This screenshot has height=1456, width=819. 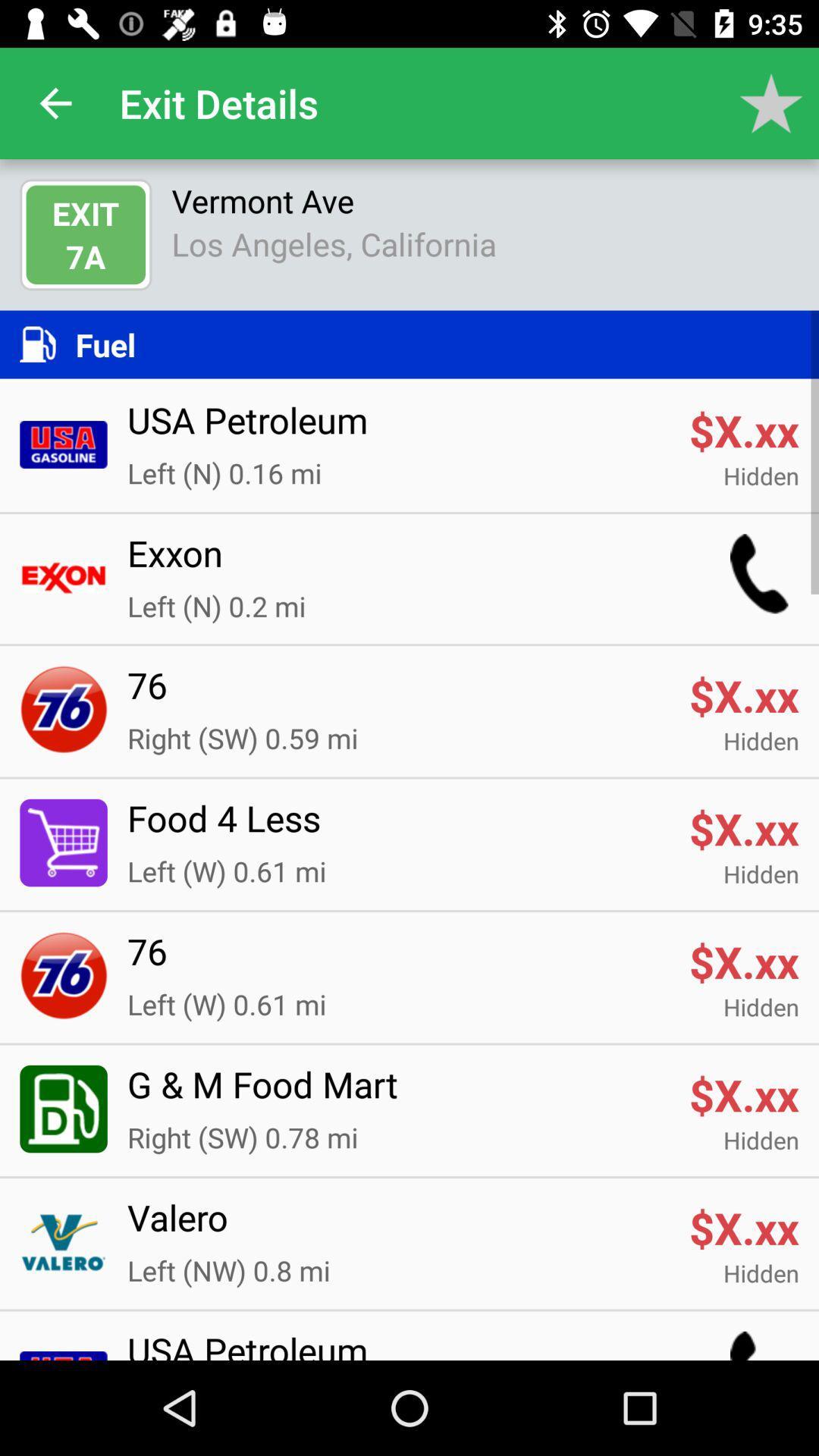 What do you see at coordinates (397, 827) in the screenshot?
I see `item next to the $x.xx icon` at bounding box center [397, 827].